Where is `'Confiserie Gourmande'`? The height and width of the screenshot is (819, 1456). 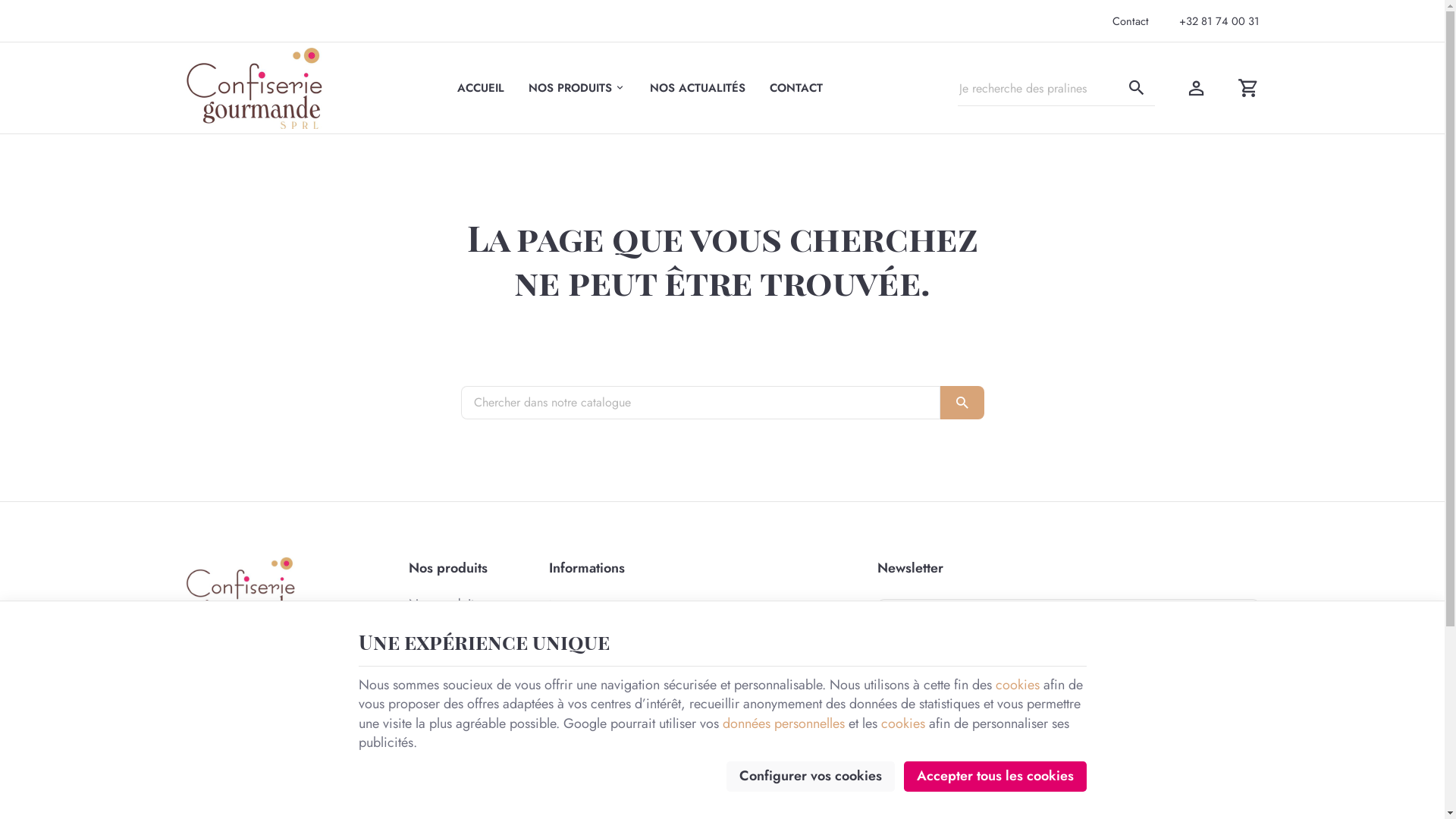
'Confiserie Gourmande' is located at coordinates (239, 588).